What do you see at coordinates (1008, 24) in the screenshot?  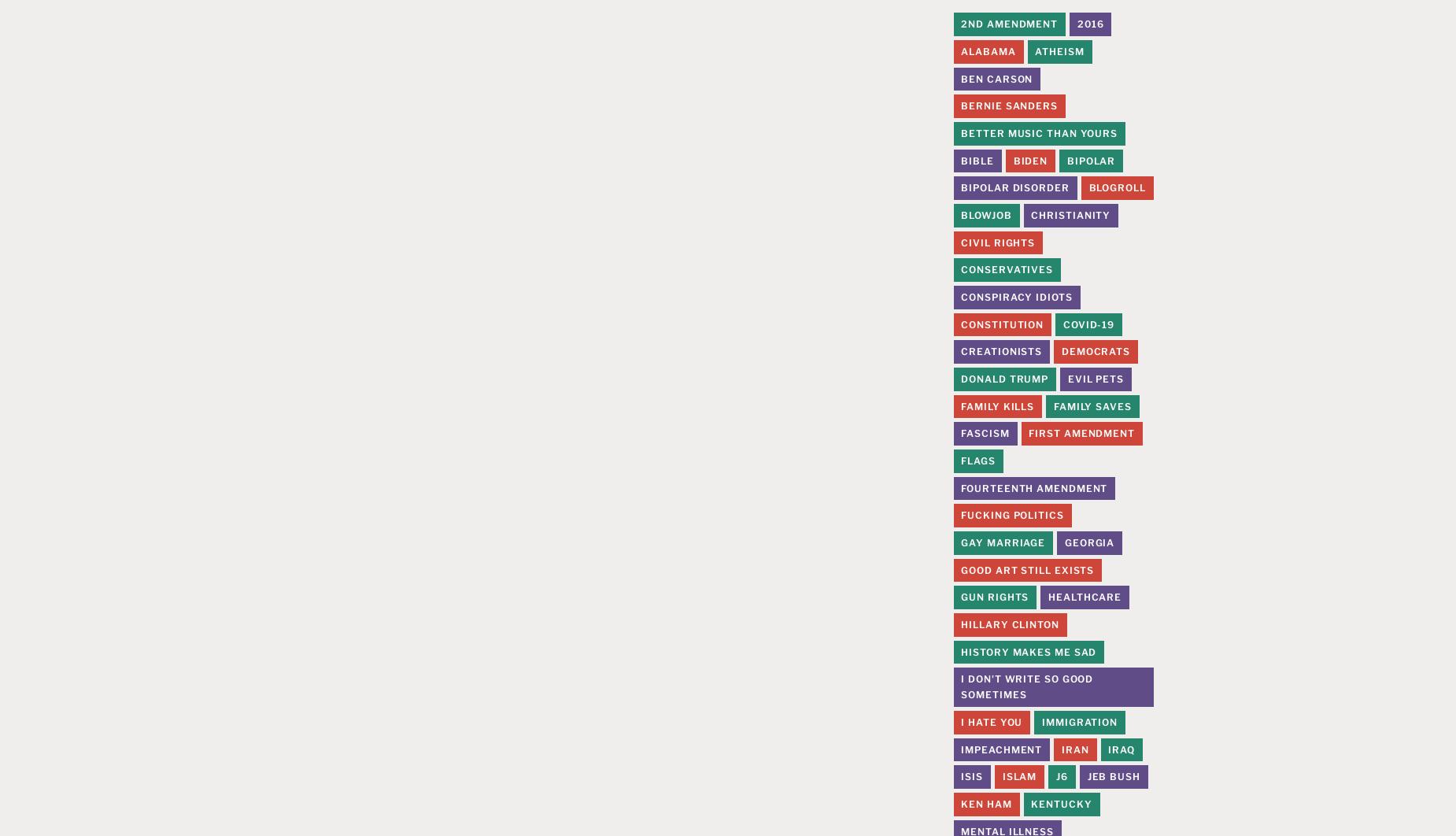 I see `'2nd Amendment'` at bounding box center [1008, 24].